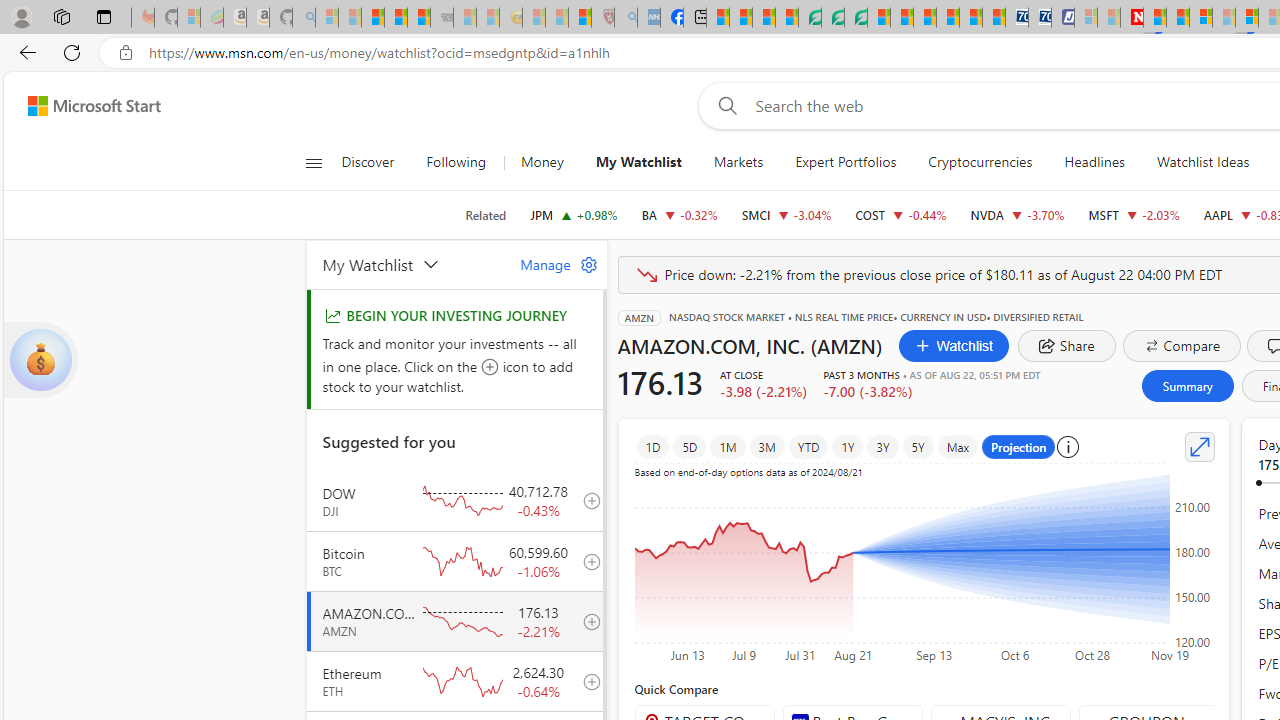 The image size is (1280, 720). I want to click on 'Watchlist', so click(952, 344).